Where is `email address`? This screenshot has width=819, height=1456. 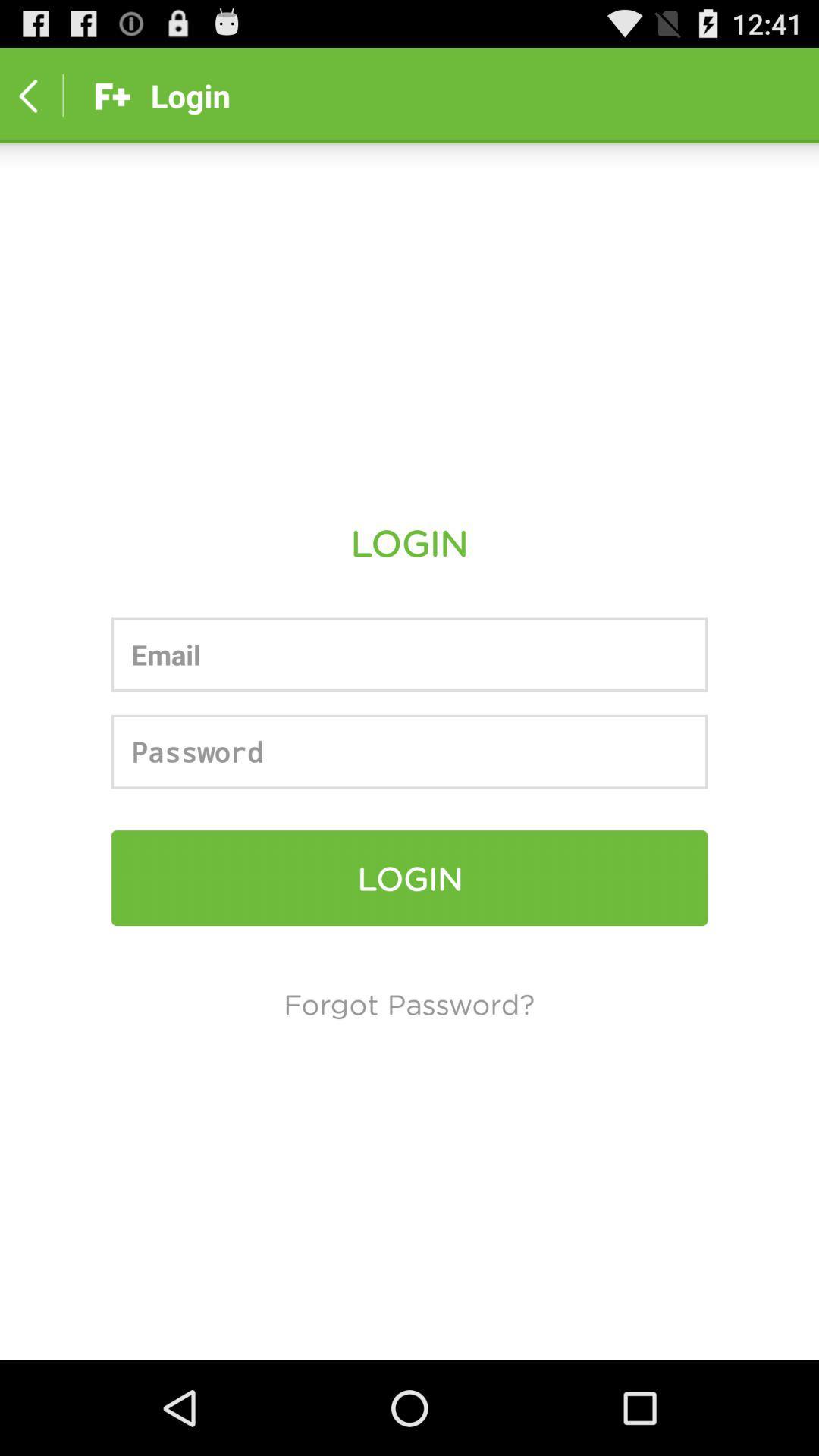
email address is located at coordinates (409, 654).